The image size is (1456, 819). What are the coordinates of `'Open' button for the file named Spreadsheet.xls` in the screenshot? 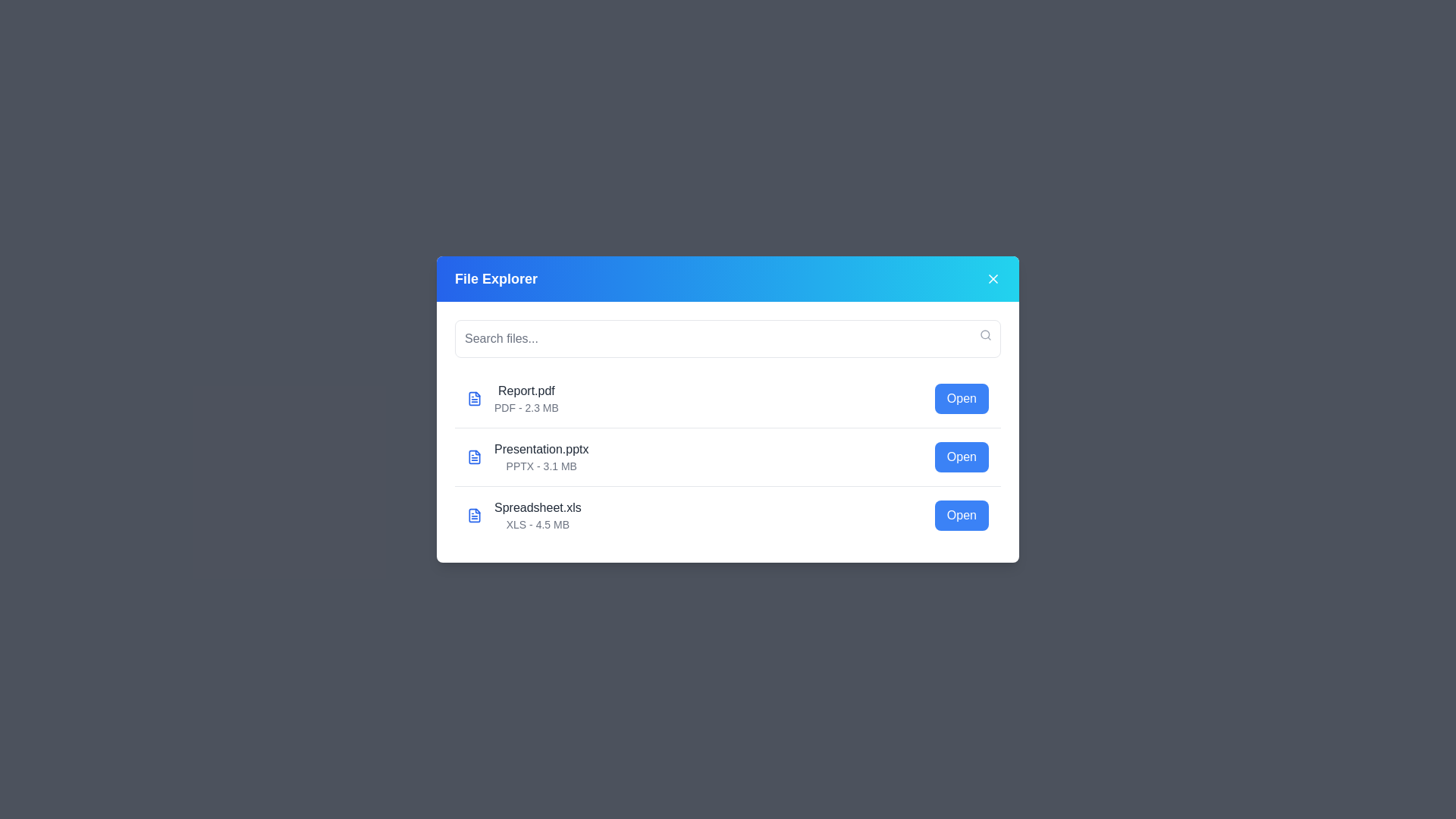 It's located at (961, 514).